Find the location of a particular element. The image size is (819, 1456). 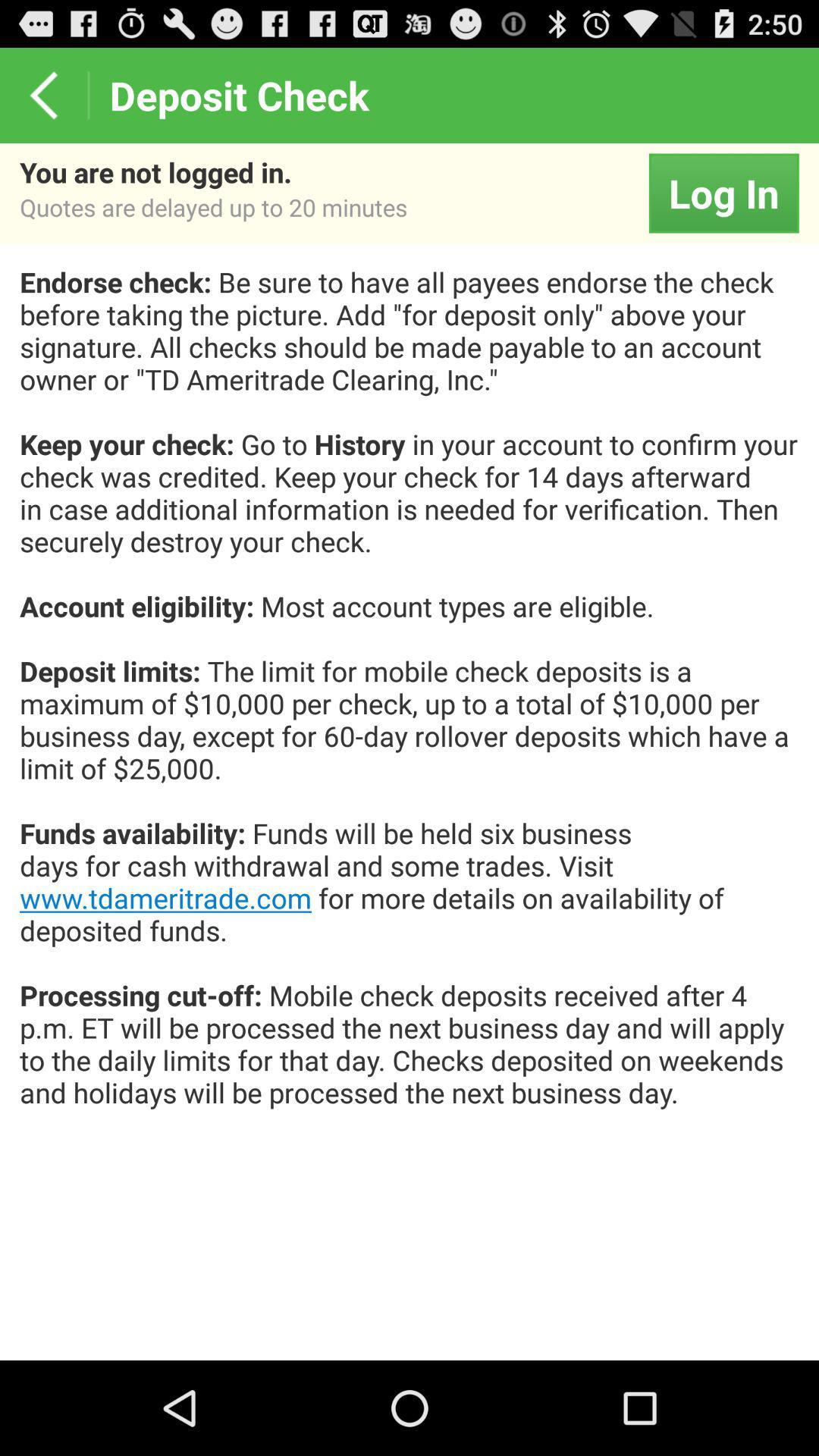

the icon below log in is located at coordinates (409, 702).